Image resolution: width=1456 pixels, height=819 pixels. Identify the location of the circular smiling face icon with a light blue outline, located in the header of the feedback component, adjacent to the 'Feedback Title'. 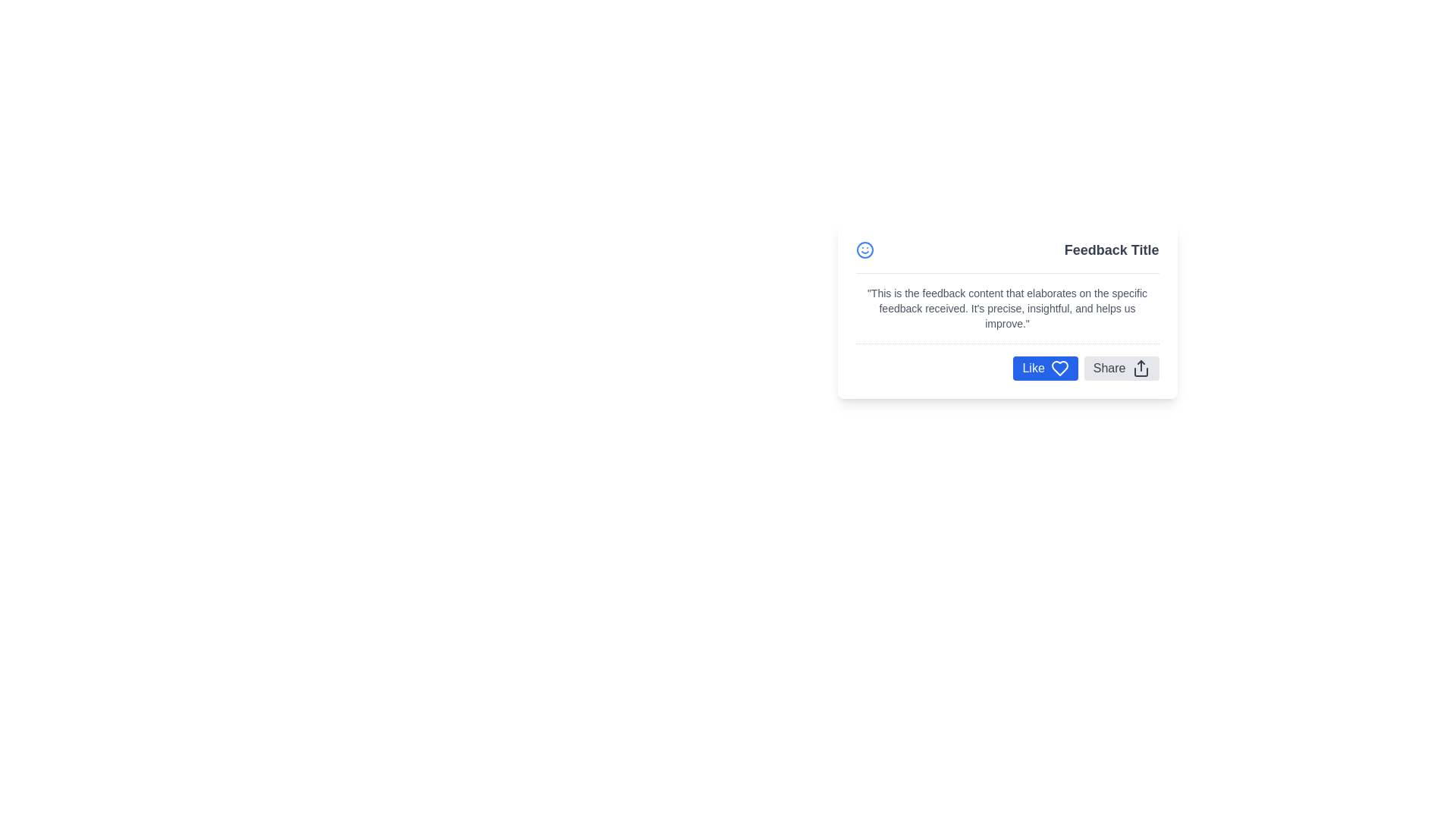
(864, 249).